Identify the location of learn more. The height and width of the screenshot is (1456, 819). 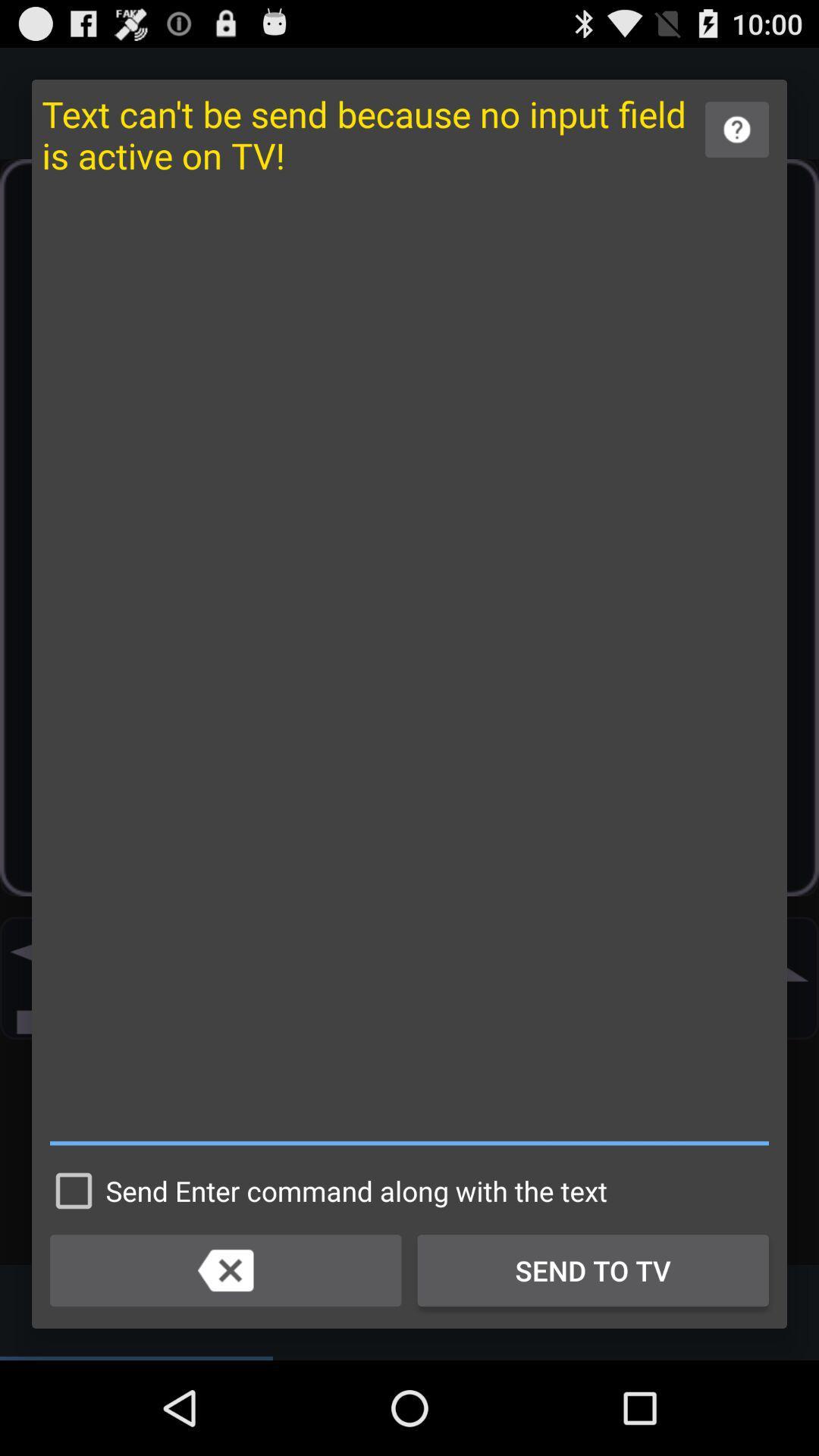
(736, 130).